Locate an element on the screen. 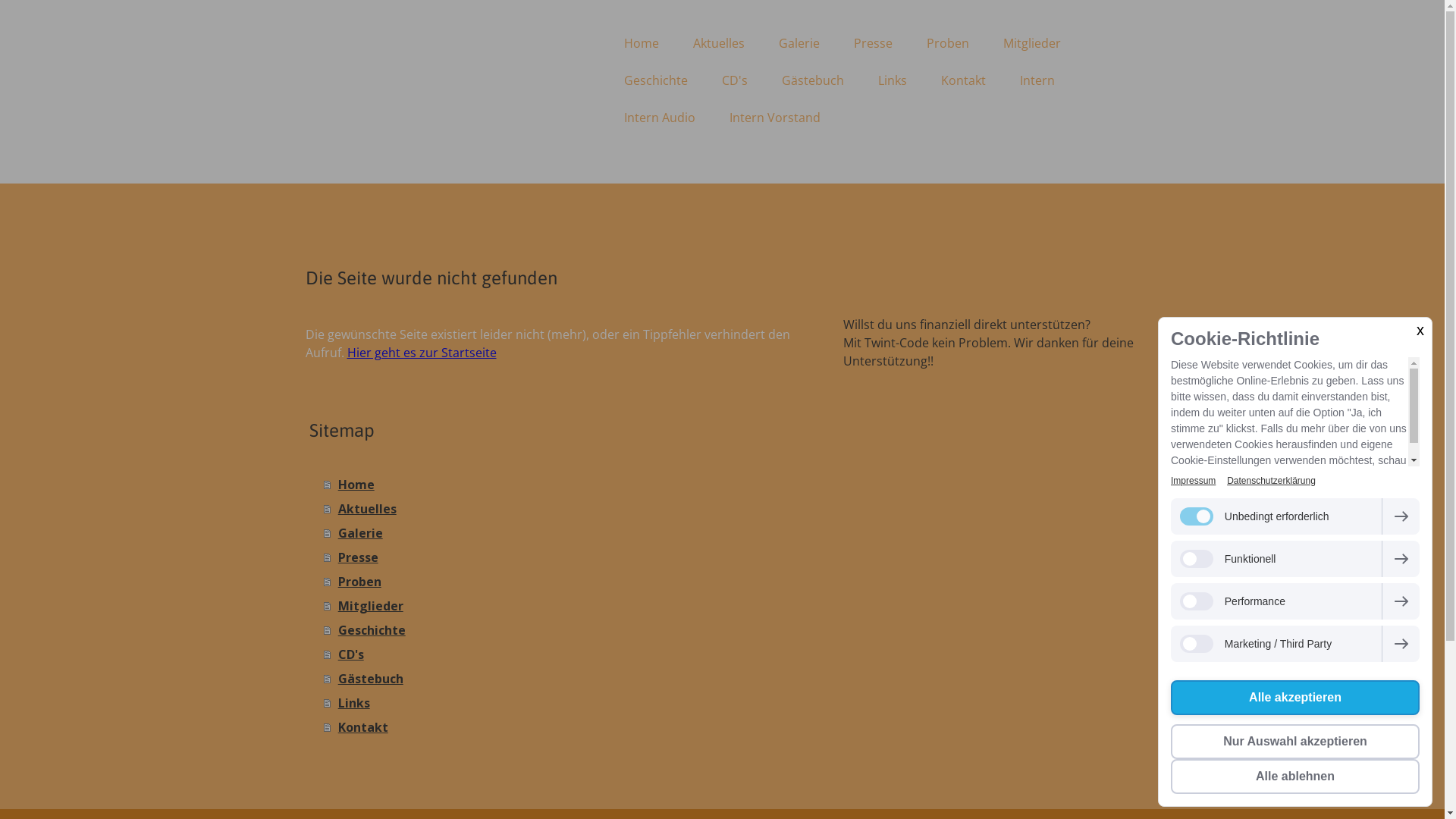  'Intern' is located at coordinates (1036, 80).